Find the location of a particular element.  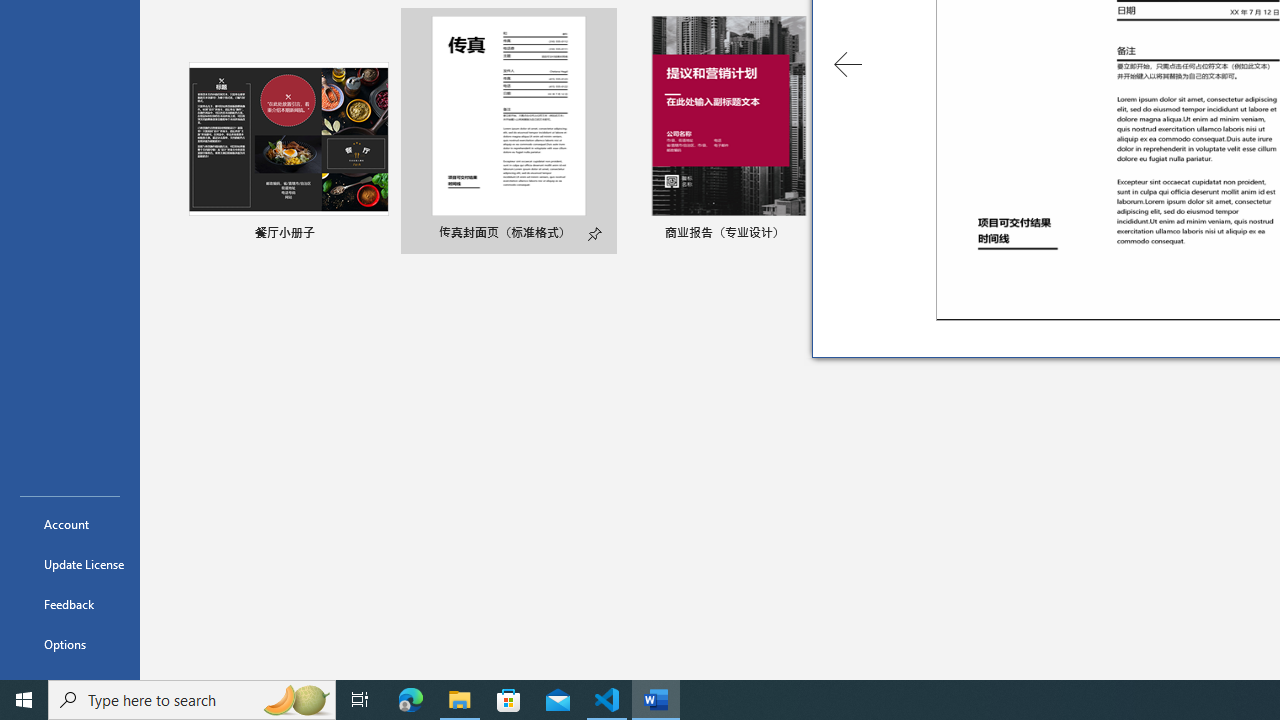

'Microsoft Edge' is located at coordinates (410, 698).